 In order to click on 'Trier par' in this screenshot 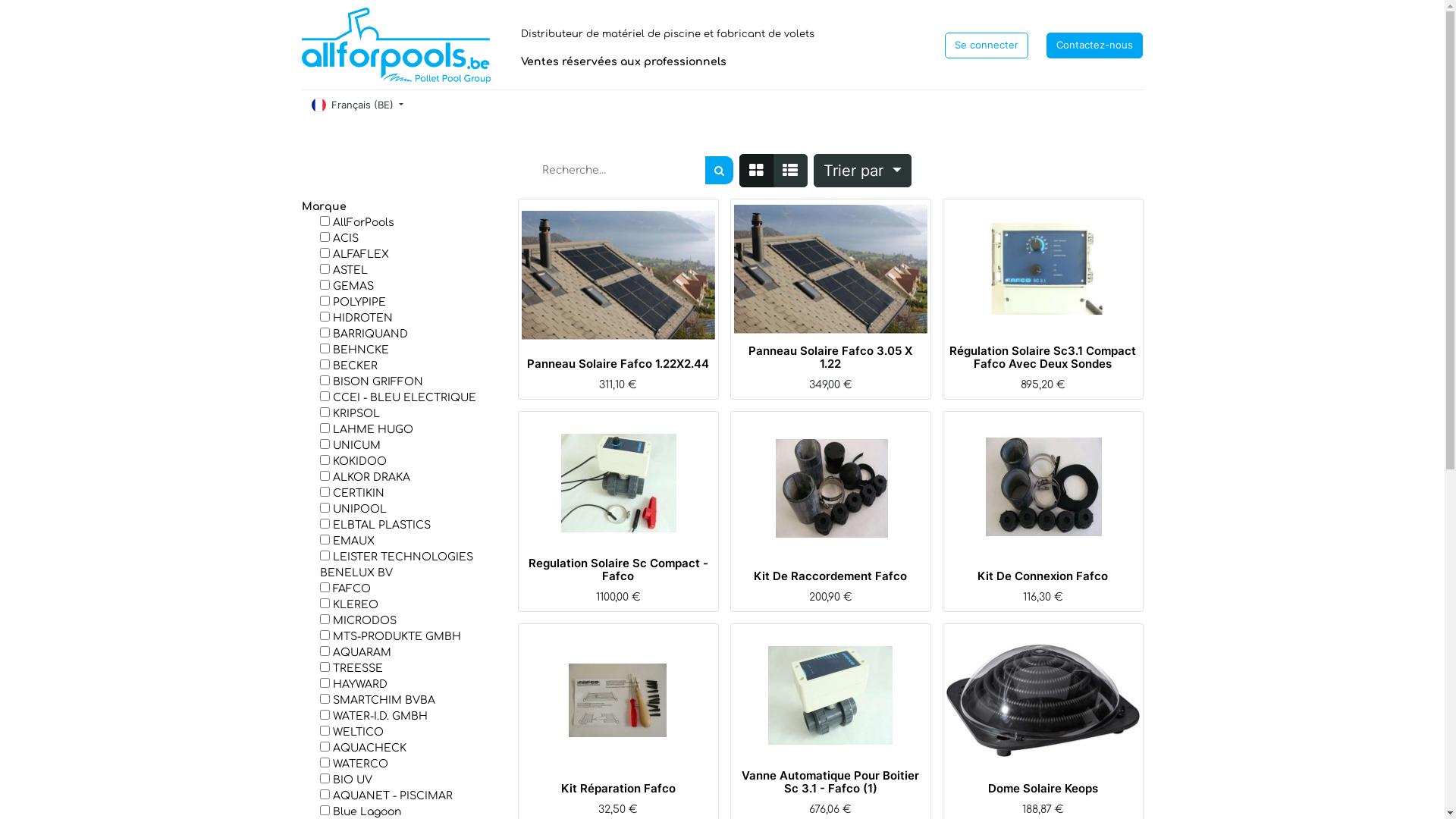, I will do `click(862, 170)`.